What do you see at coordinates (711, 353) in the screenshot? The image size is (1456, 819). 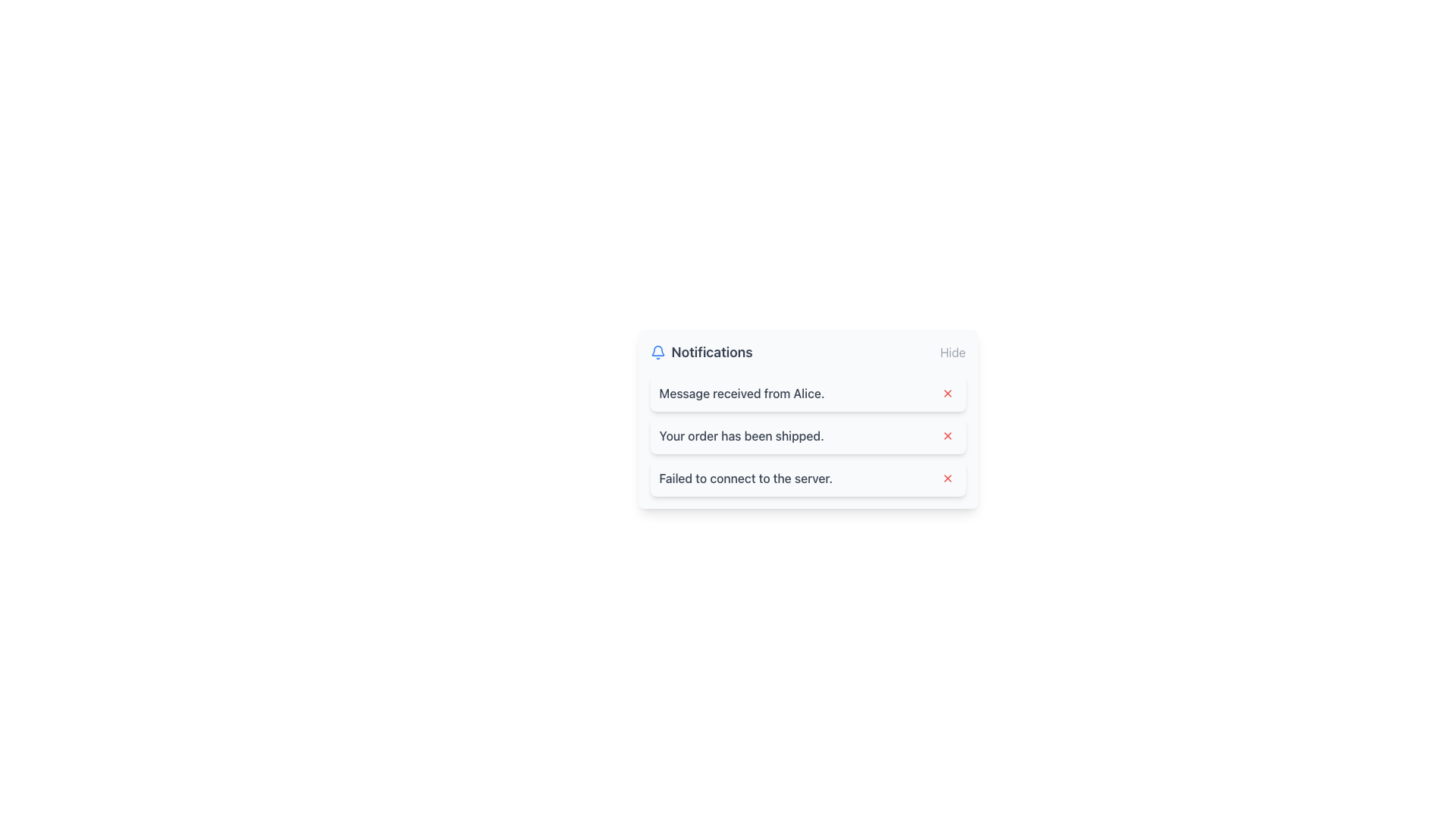 I see `the 'Notifications' text label, which is a bold label in dark gray color on a light background, positioned prominently and aligned with other elements in the same row` at bounding box center [711, 353].